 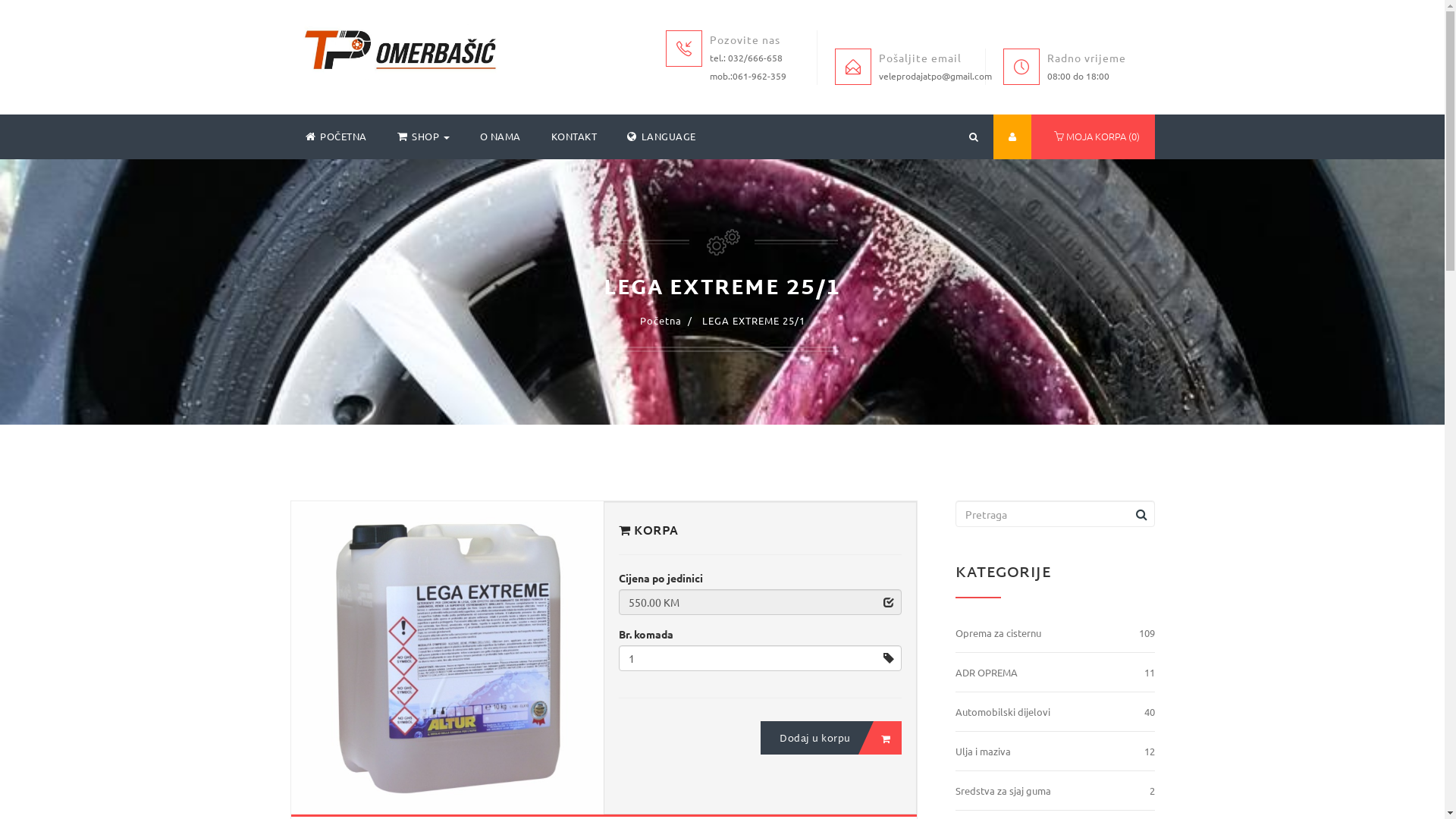 I want to click on 'MOJA KORPA (0)', so click(x=1093, y=136).